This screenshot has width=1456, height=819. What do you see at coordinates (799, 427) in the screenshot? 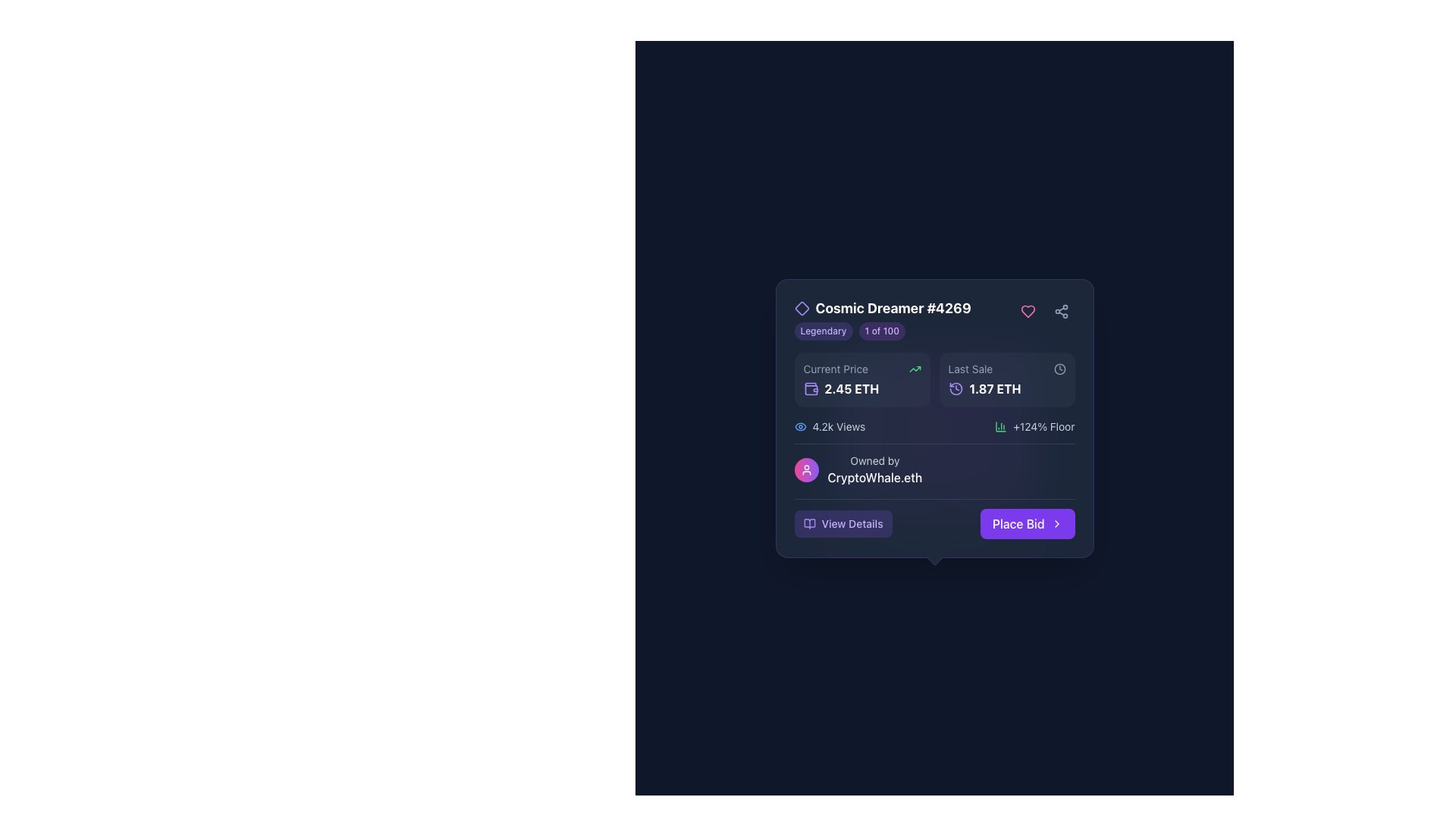
I see `the blue eye icon that symbolizes visibility, located to the left of the text '4.2k Views'` at bounding box center [799, 427].